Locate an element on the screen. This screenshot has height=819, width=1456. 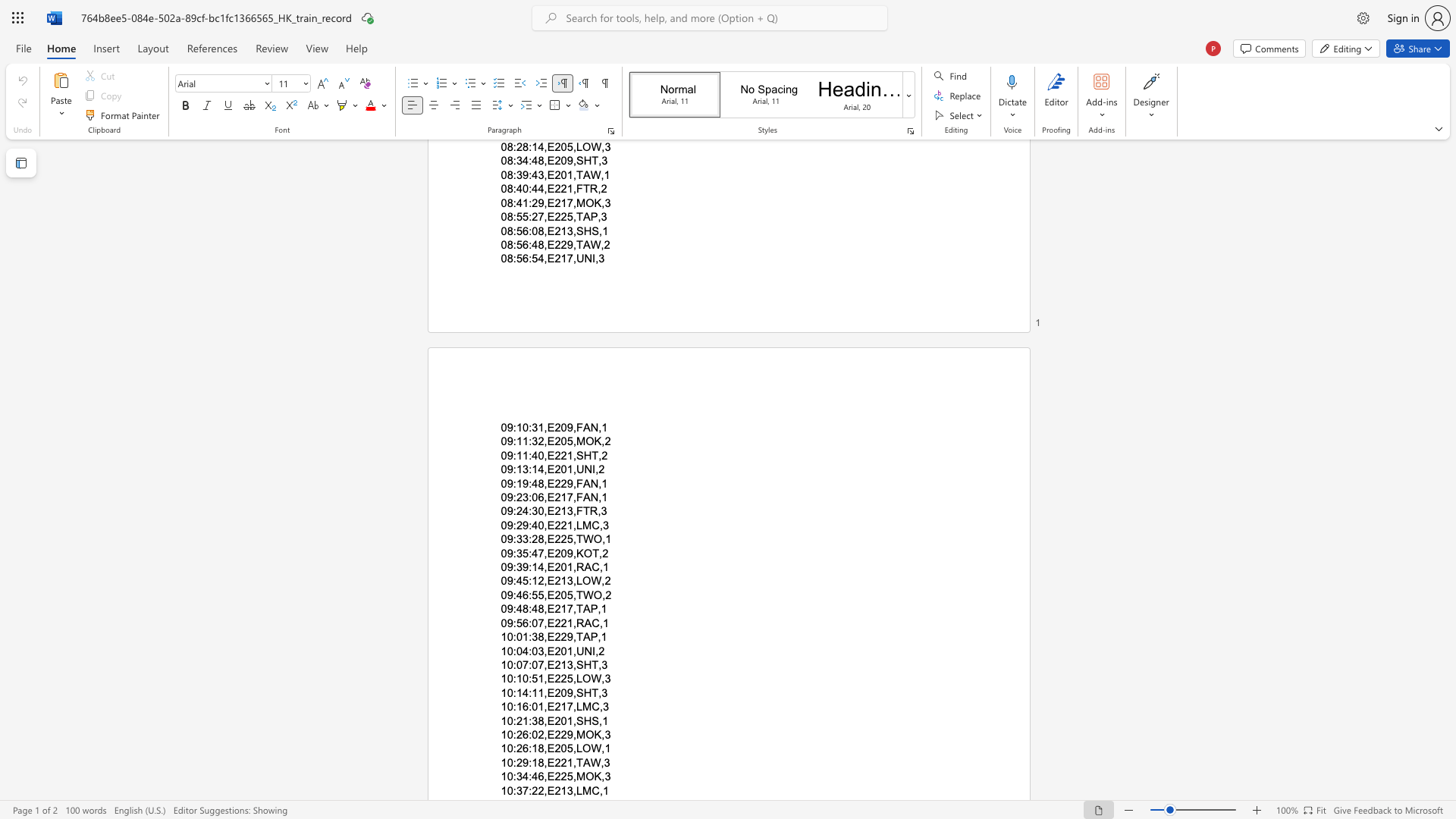
the subset text "7,E213,SHT,3" within the text "10:07:07,E213,SHT,3" is located at coordinates (538, 664).